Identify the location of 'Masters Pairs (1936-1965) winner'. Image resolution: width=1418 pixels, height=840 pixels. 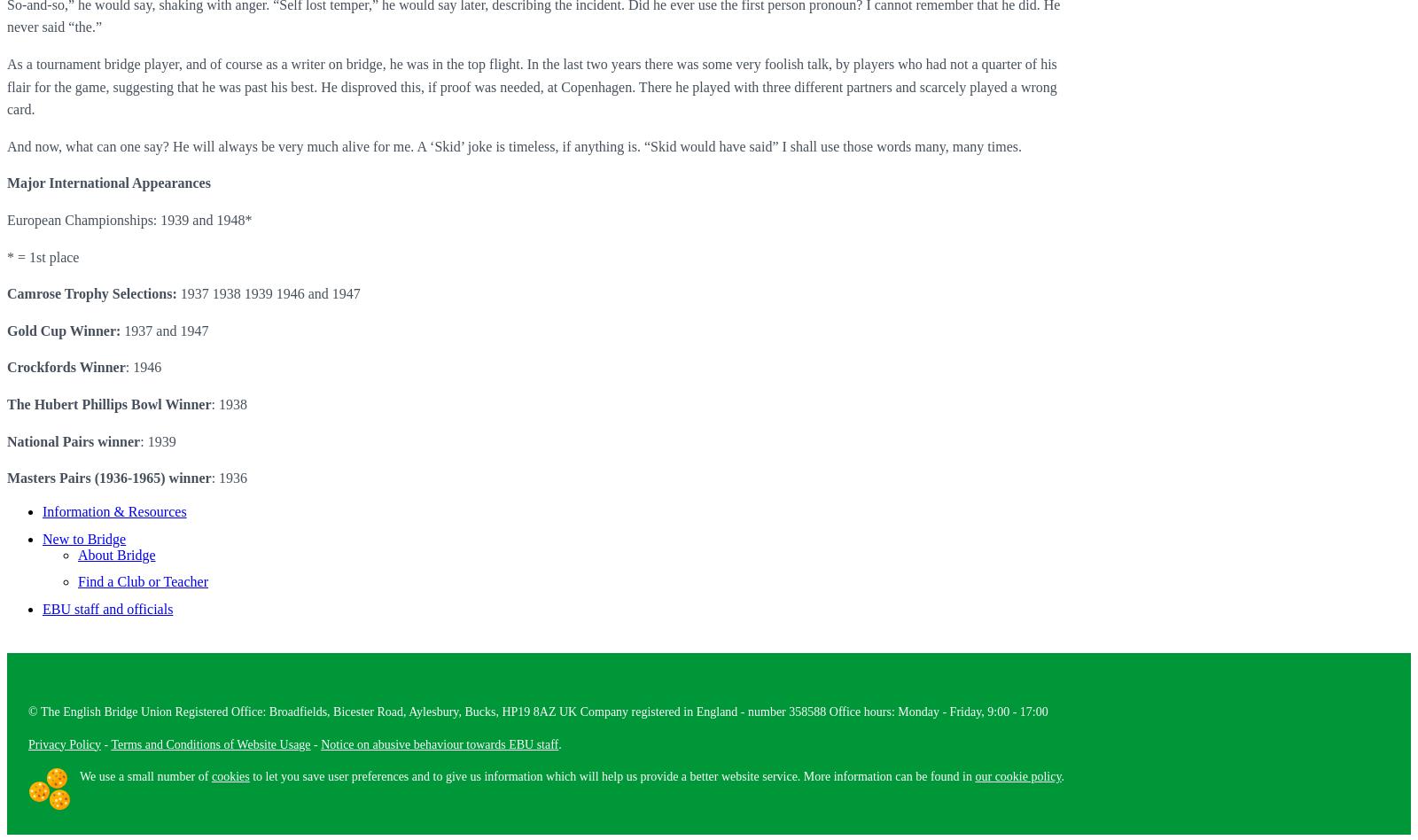
(108, 478).